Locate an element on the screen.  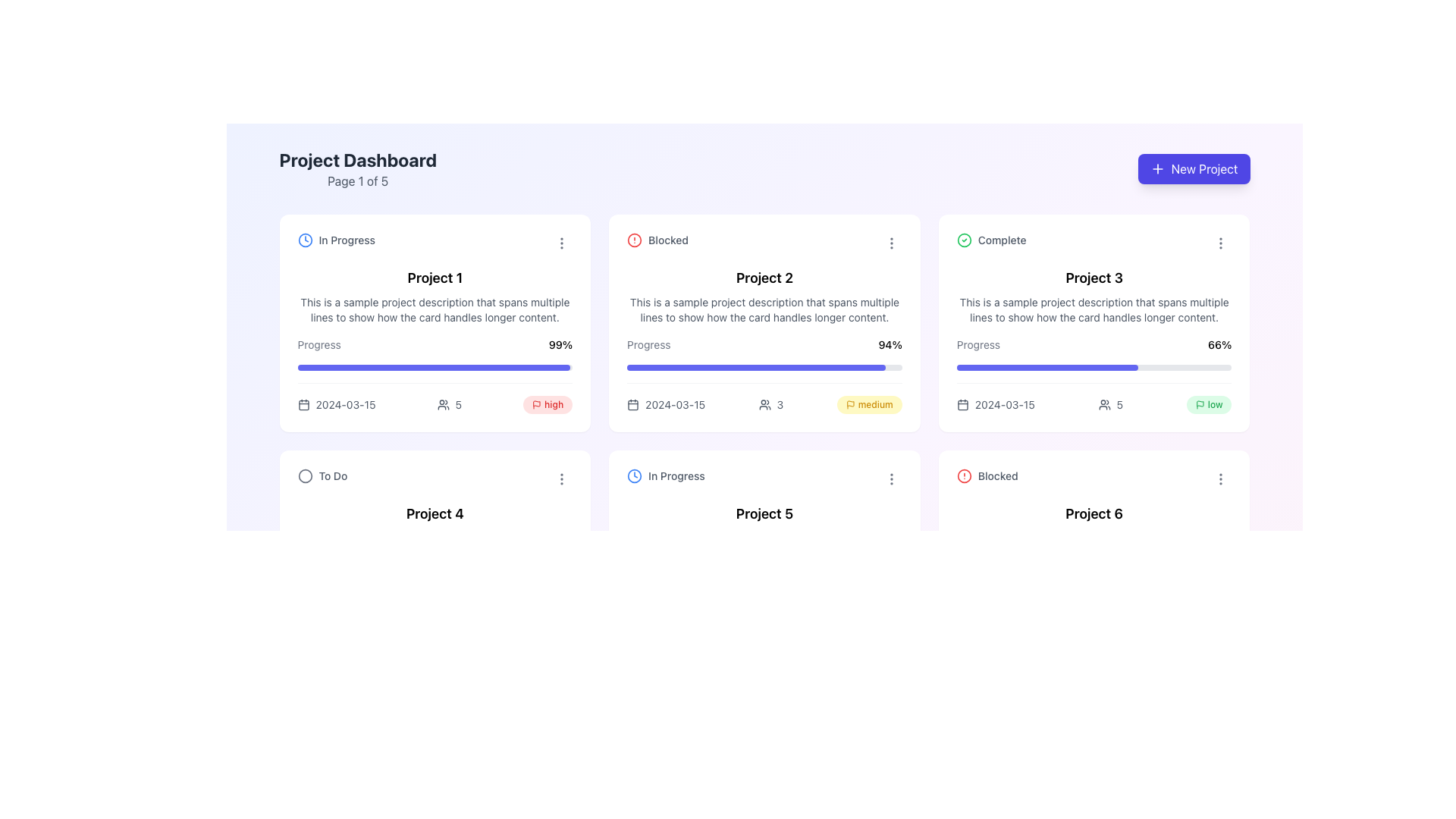
the horizontal progress bar for 'Project 3' located in the third column of the top row, beneath the 'Progress' label is located at coordinates (1094, 368).